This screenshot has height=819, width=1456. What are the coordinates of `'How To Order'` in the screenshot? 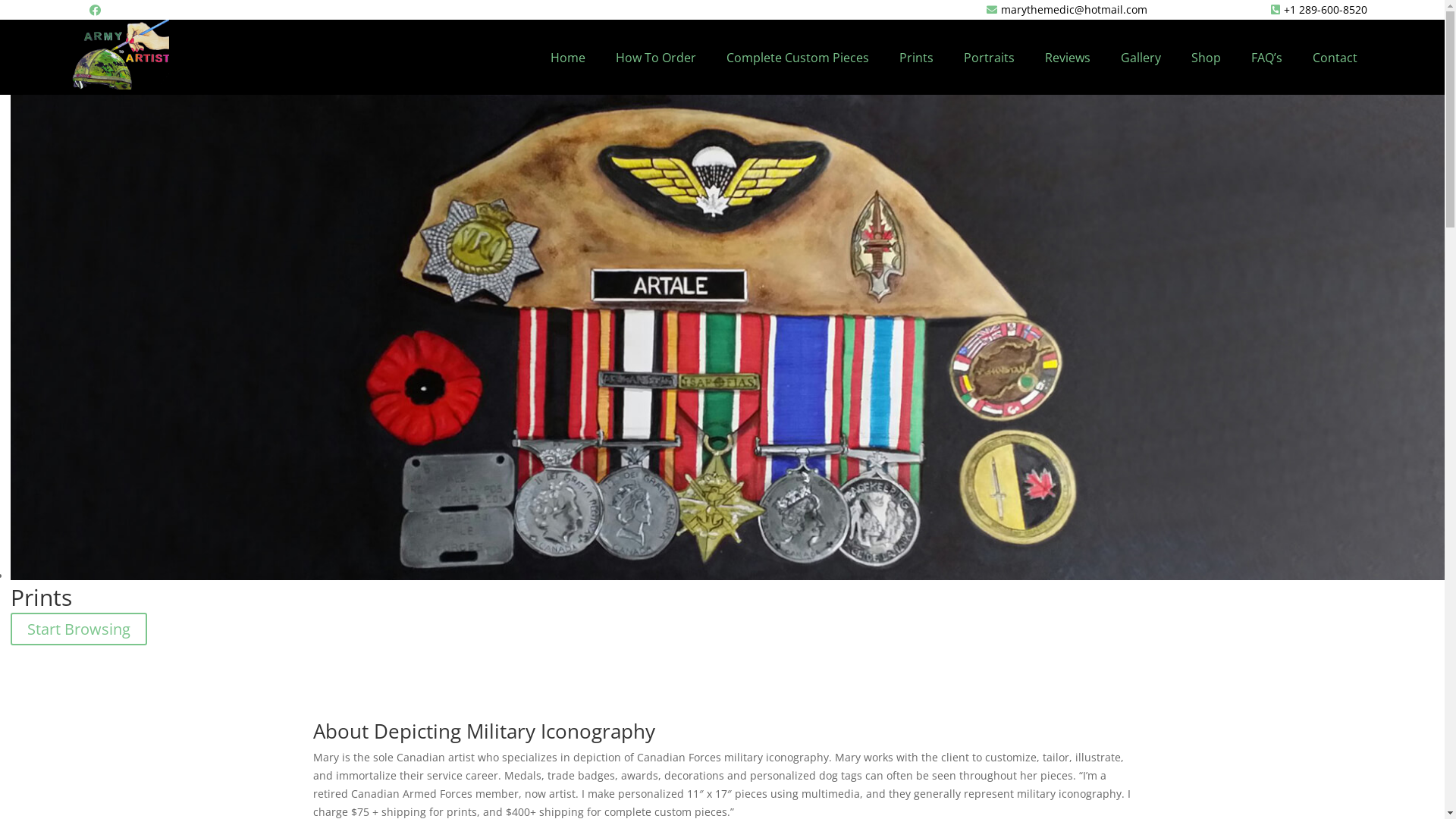 It's located at (655, 57).